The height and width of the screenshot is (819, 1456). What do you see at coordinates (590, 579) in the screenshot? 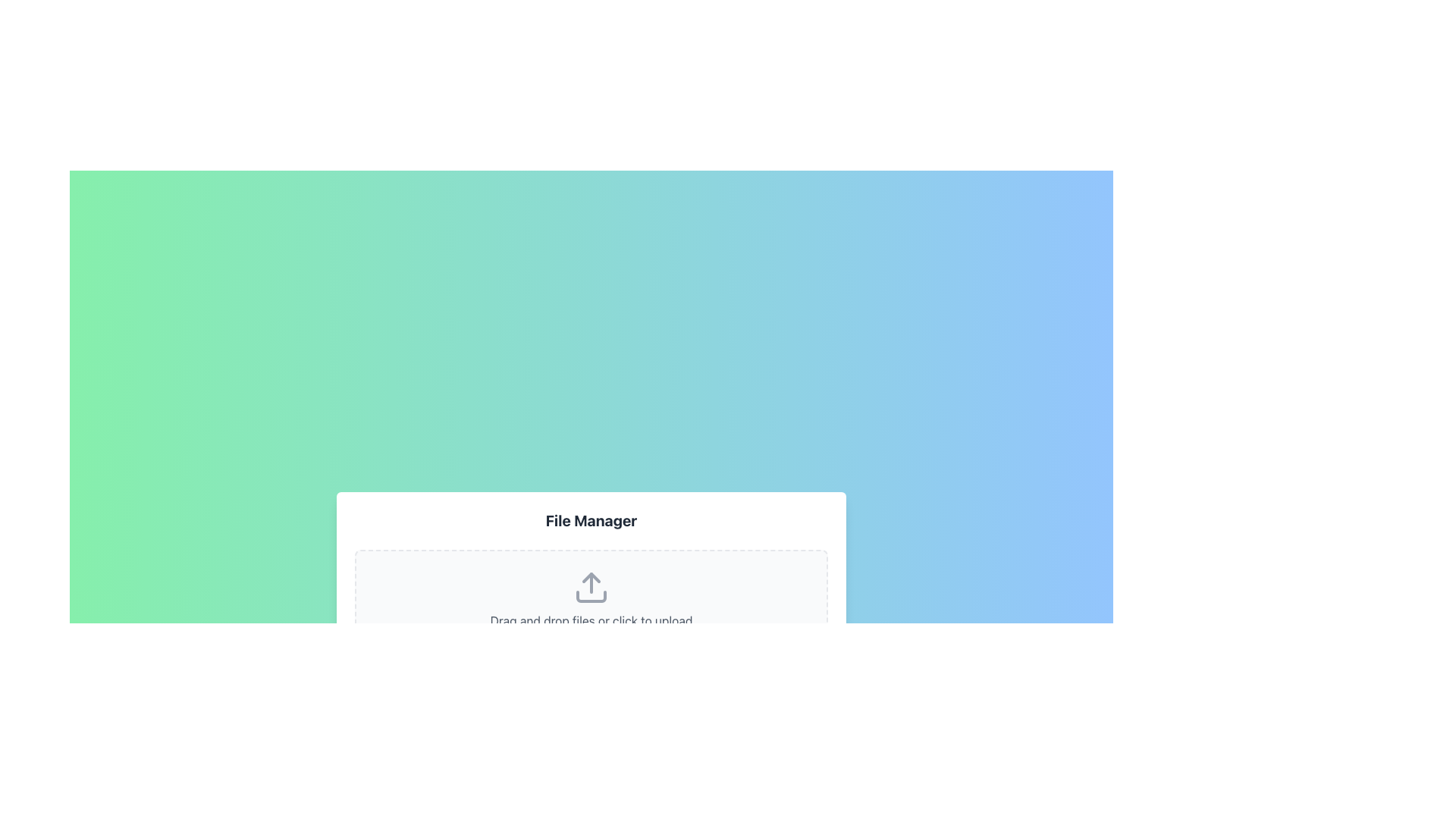
I see `the 'File Manager' upload interface component` at bounding box center [590, 579].